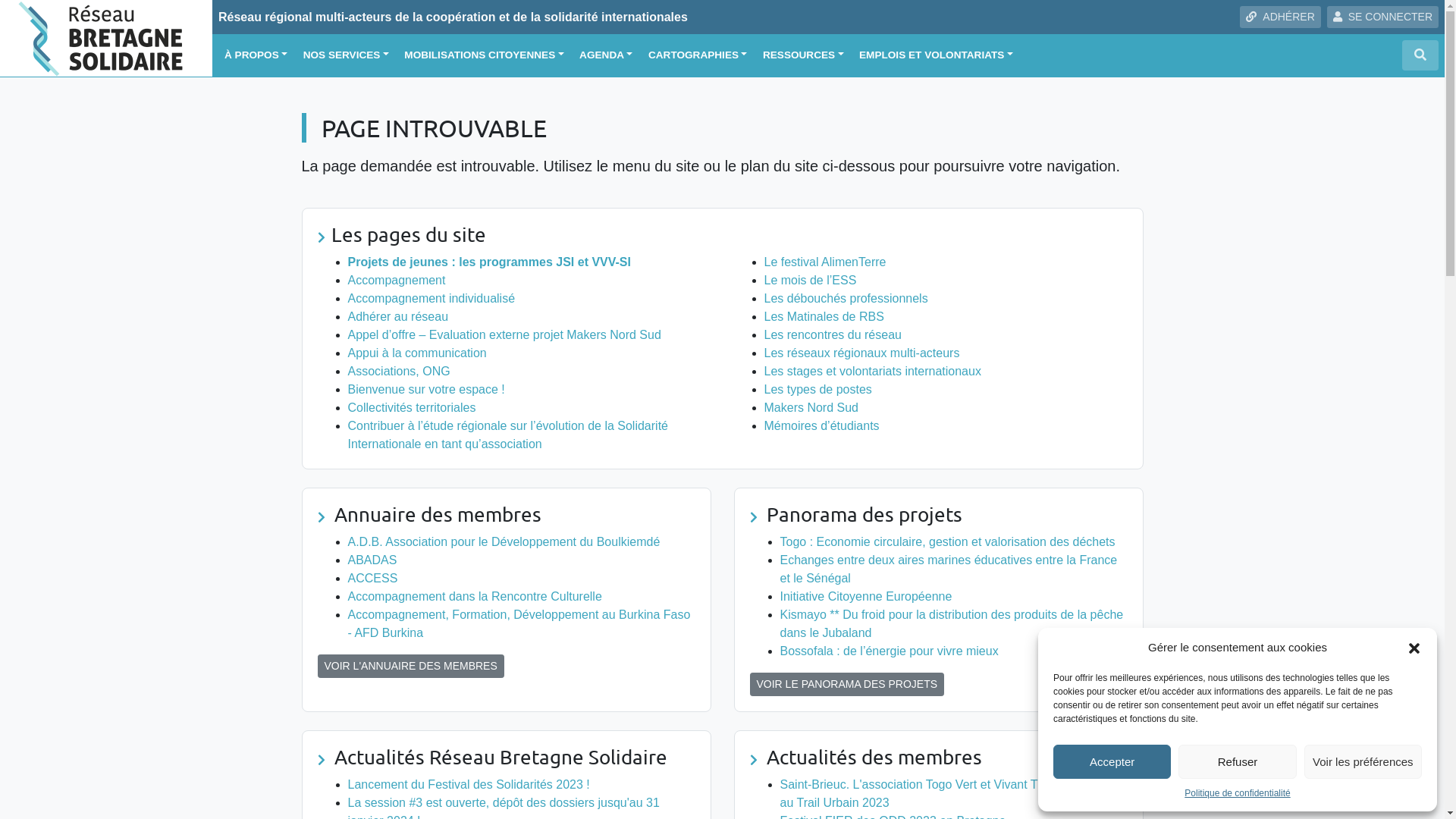  Describe the element at coordinates (1112, 761) in the screenshot. I see `'Accepter'` at that location.